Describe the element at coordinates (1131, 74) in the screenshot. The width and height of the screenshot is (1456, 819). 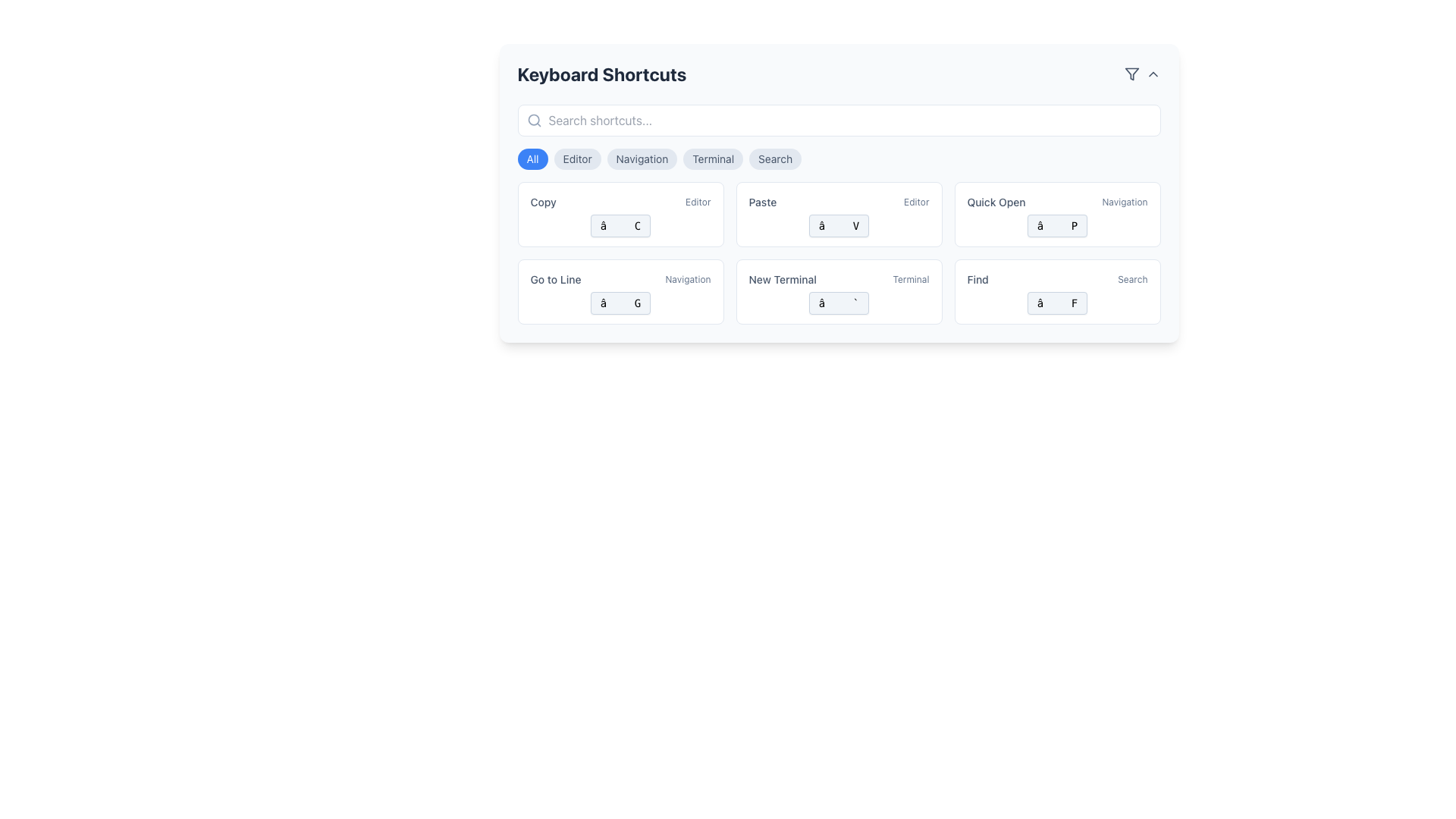
I see `the filter icon located at the top right corner of the interface` at that location.